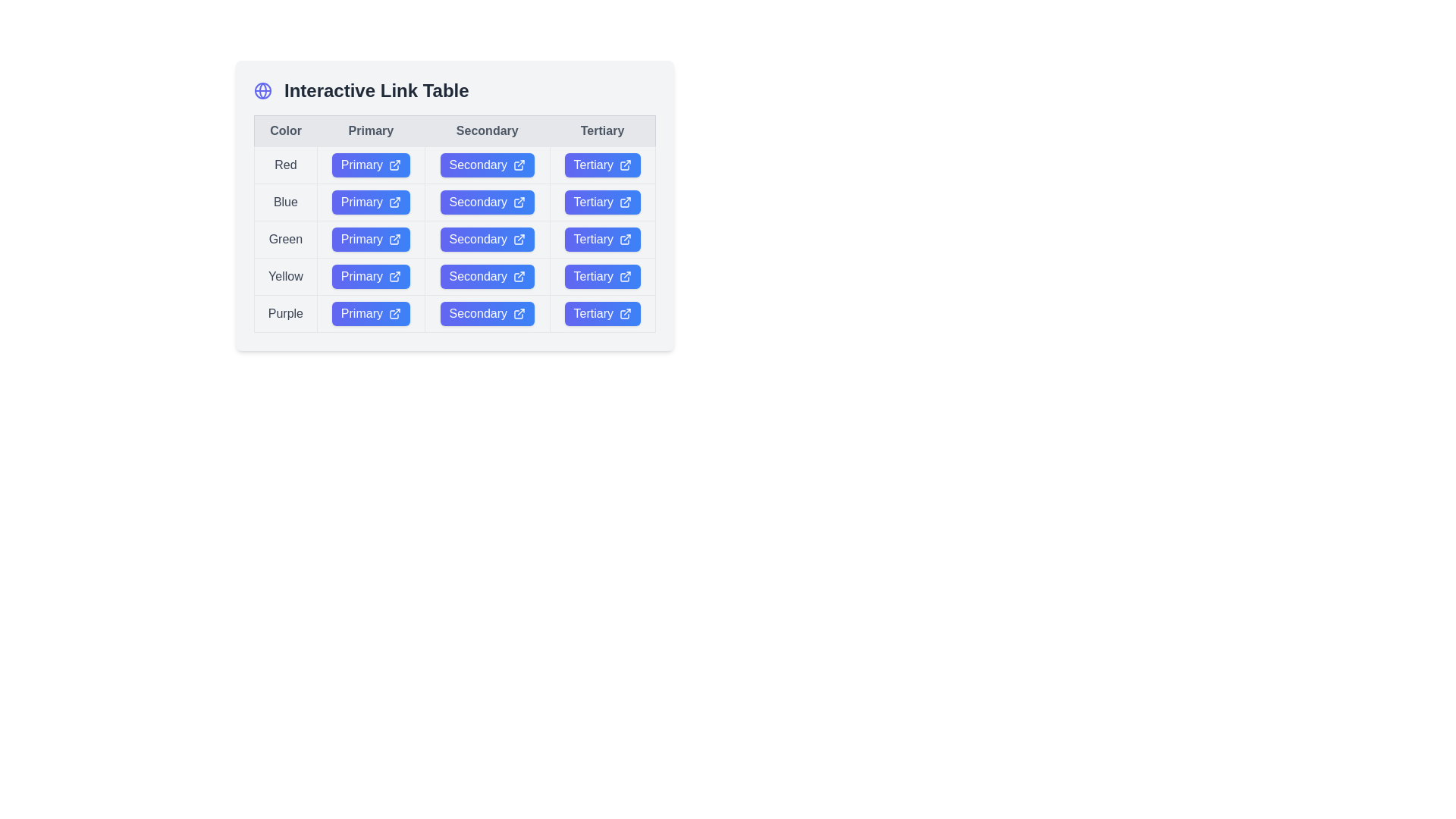  I want to click on the button with external link icon located in the 'Secondary' column of the 'Interactive Link Table' under the row labeled 'Blue', so click(487, 201).